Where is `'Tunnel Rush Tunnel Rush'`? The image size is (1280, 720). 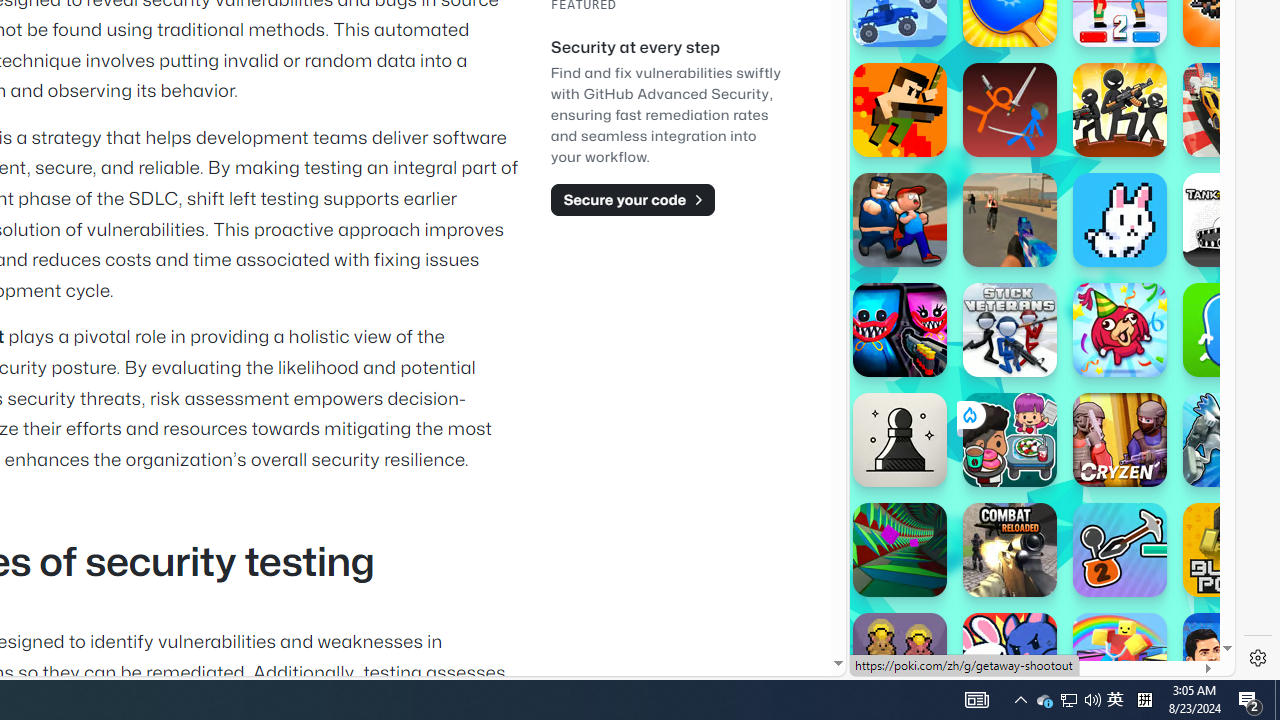 'Tunnel Rush Tunnel Rush' is located at coordinates (898, 550).